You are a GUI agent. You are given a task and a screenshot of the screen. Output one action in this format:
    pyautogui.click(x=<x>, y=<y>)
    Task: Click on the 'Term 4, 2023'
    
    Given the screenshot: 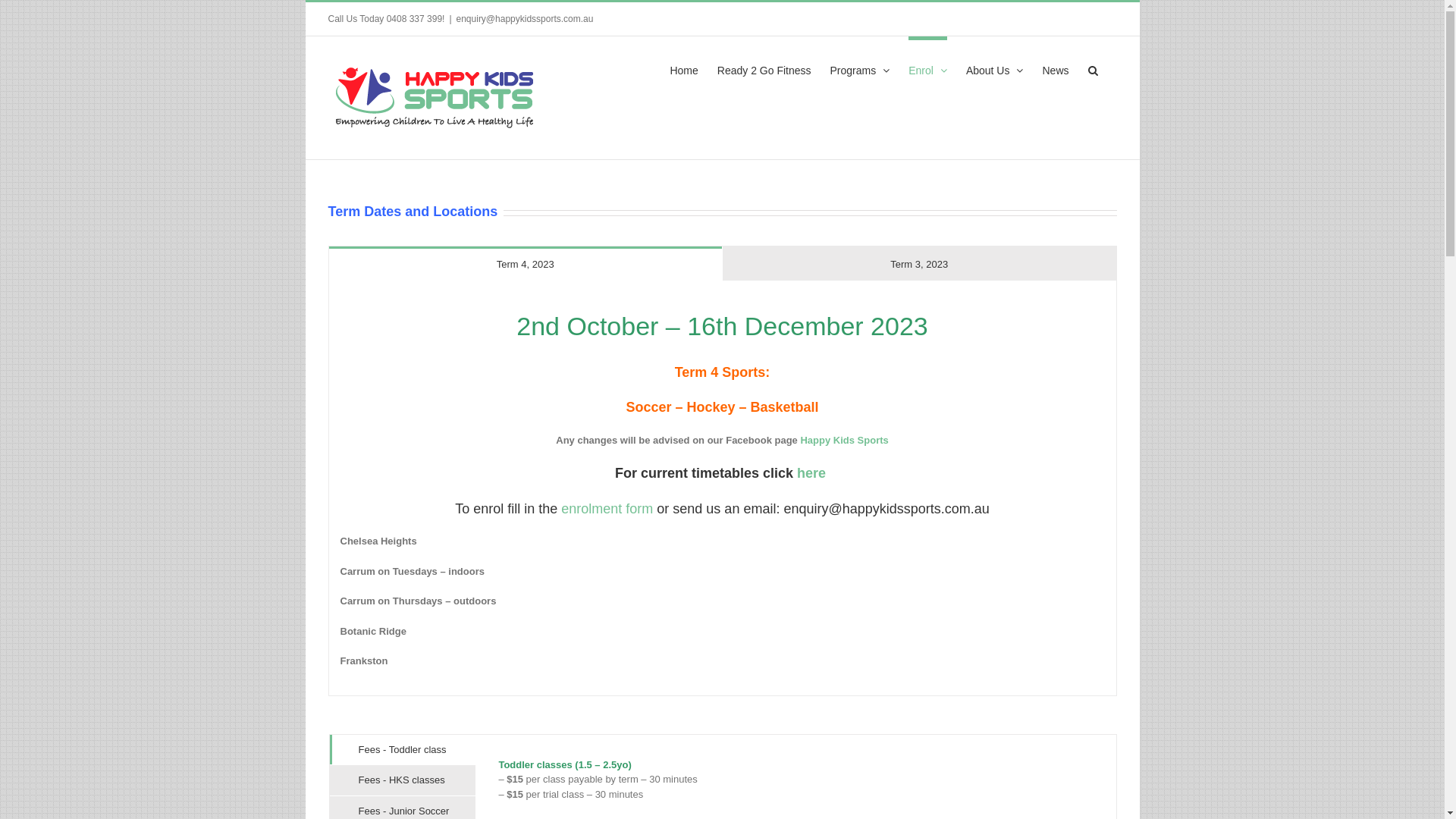 What is the action you would take?
    pyautogui.click(x=526, y=262)
    